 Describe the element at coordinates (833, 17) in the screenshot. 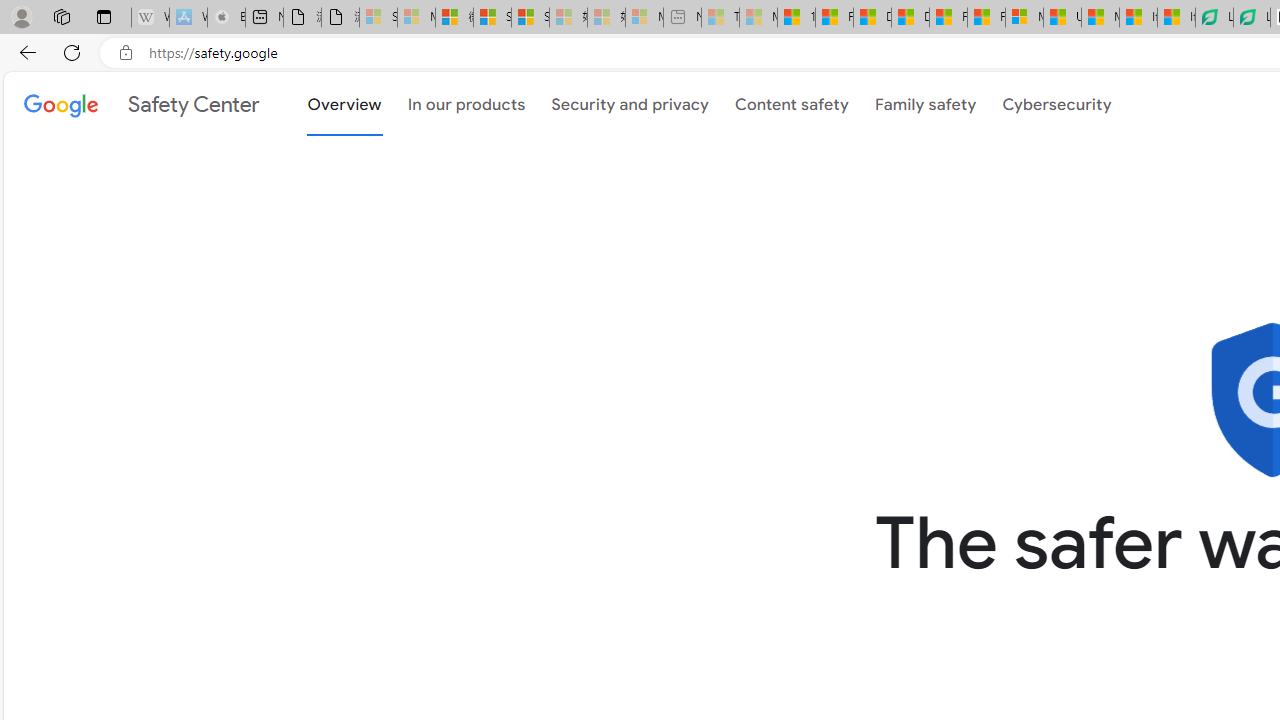

I see `'Food and Drink - MSN'` at that location.